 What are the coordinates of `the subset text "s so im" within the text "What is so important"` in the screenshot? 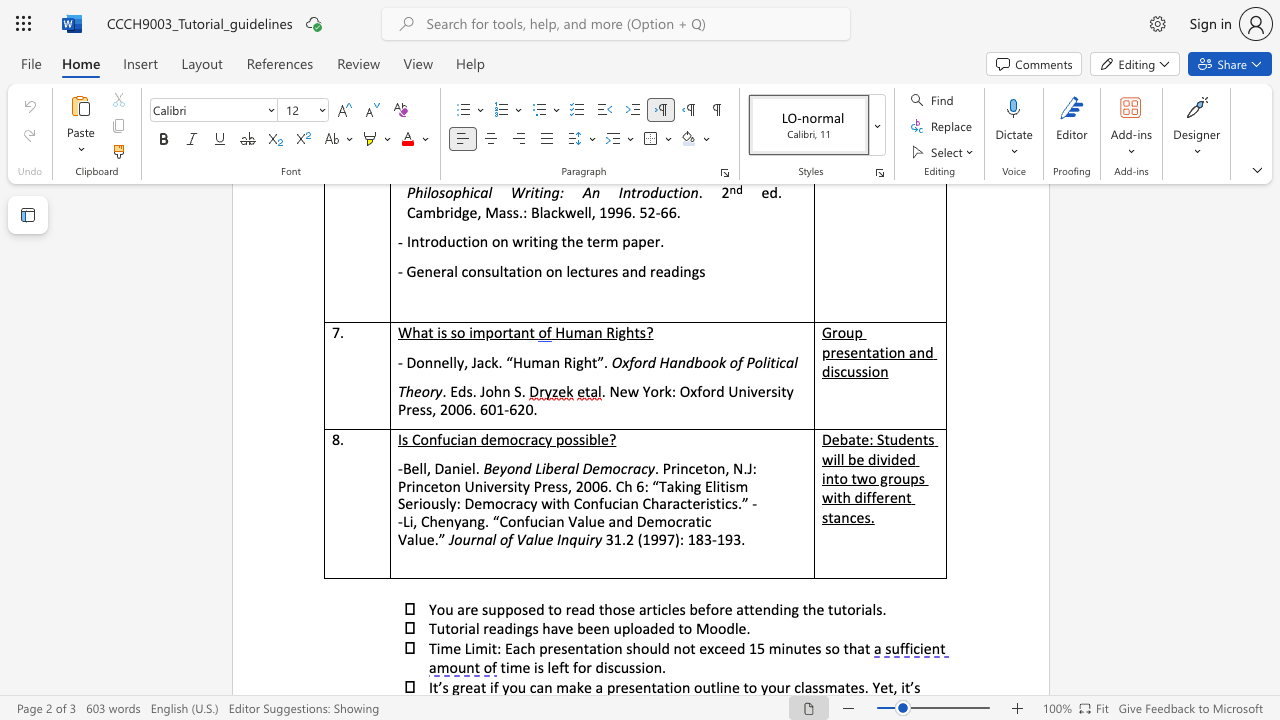 It's located at (439, 331).